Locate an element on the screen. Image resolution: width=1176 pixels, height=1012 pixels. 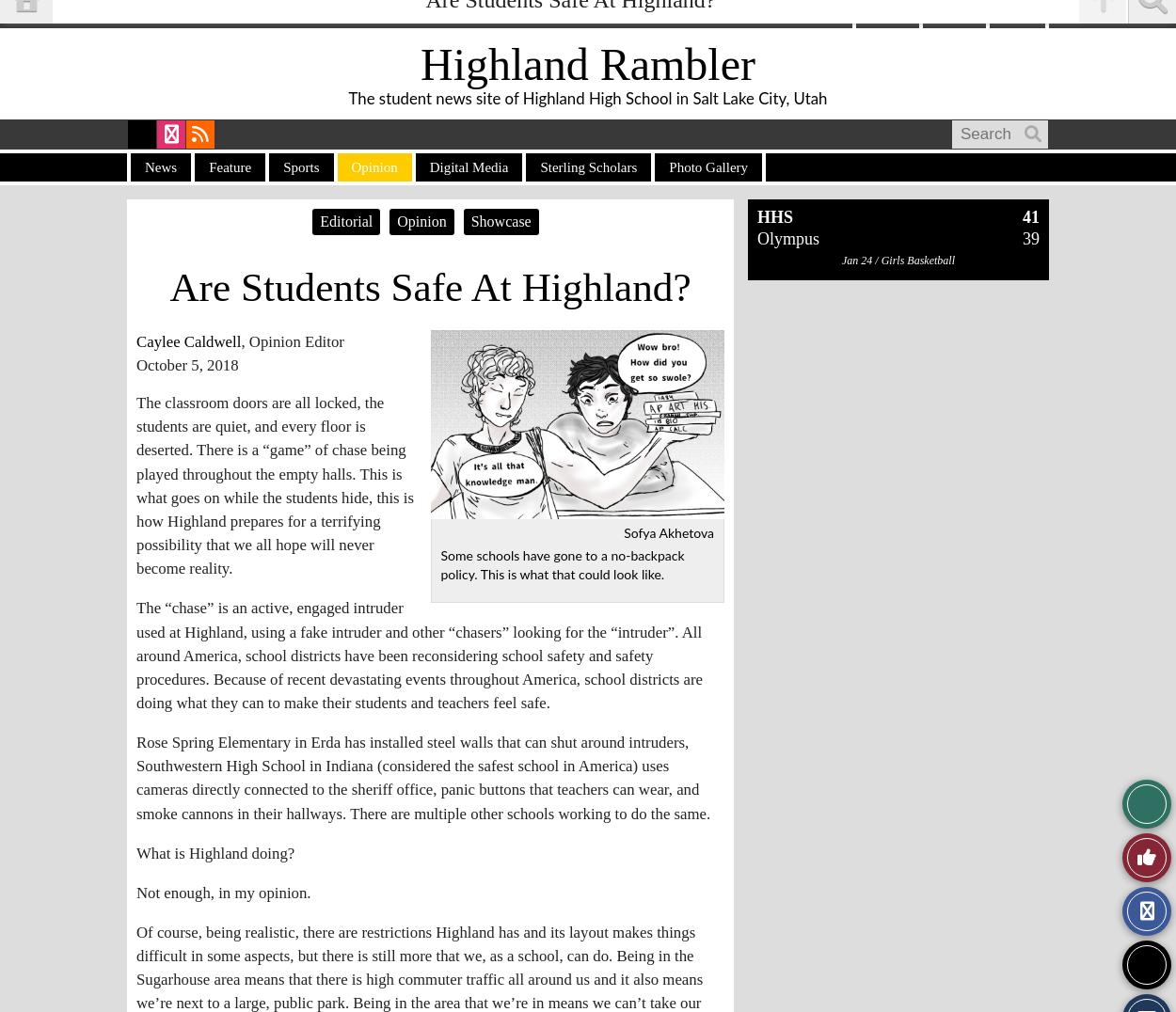
'Highland Rambler' is located at coordinates (586, 64).